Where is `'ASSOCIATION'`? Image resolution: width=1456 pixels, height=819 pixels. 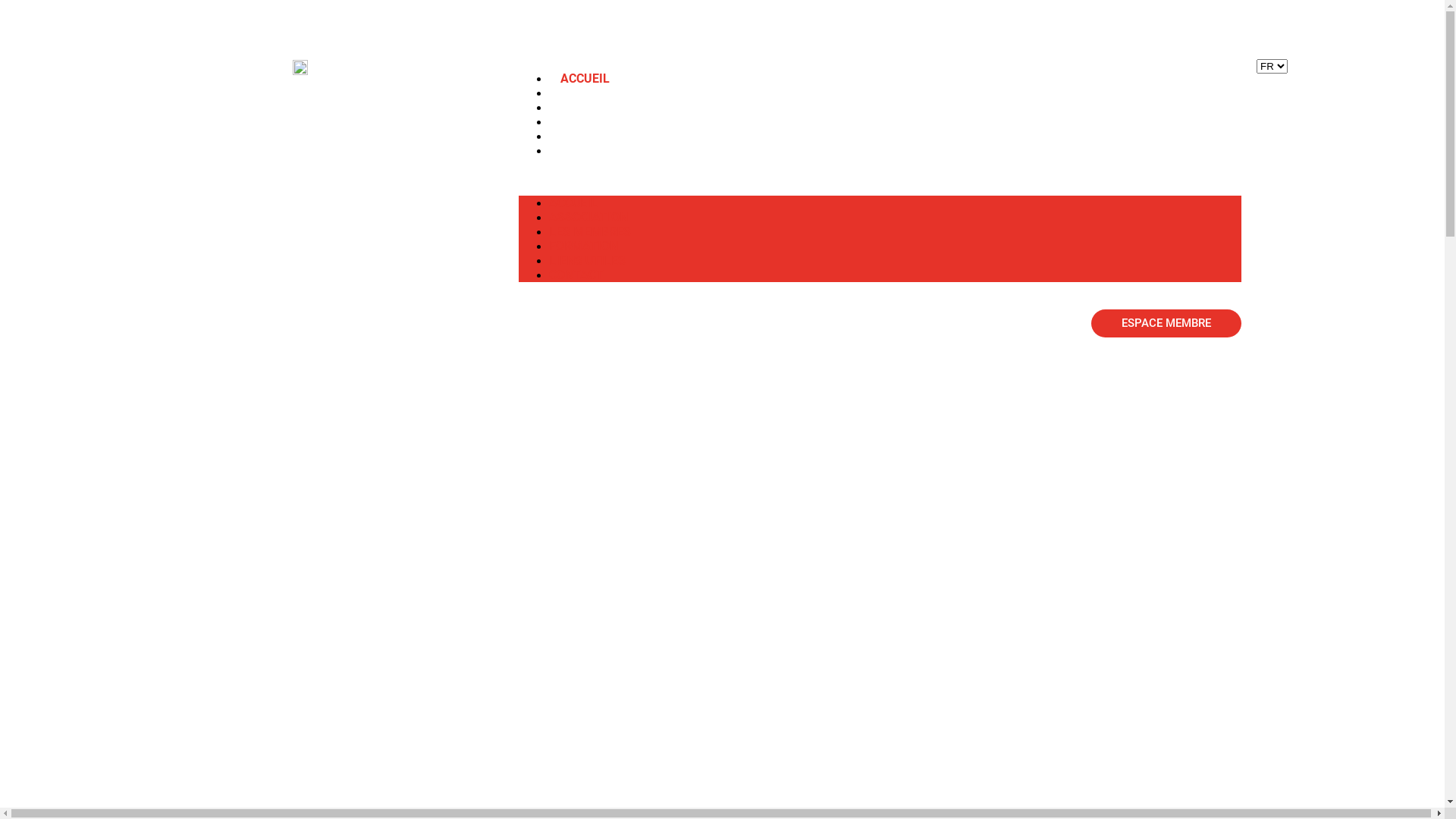
'ASSOCIATION' is located at coordinates (588, 217).